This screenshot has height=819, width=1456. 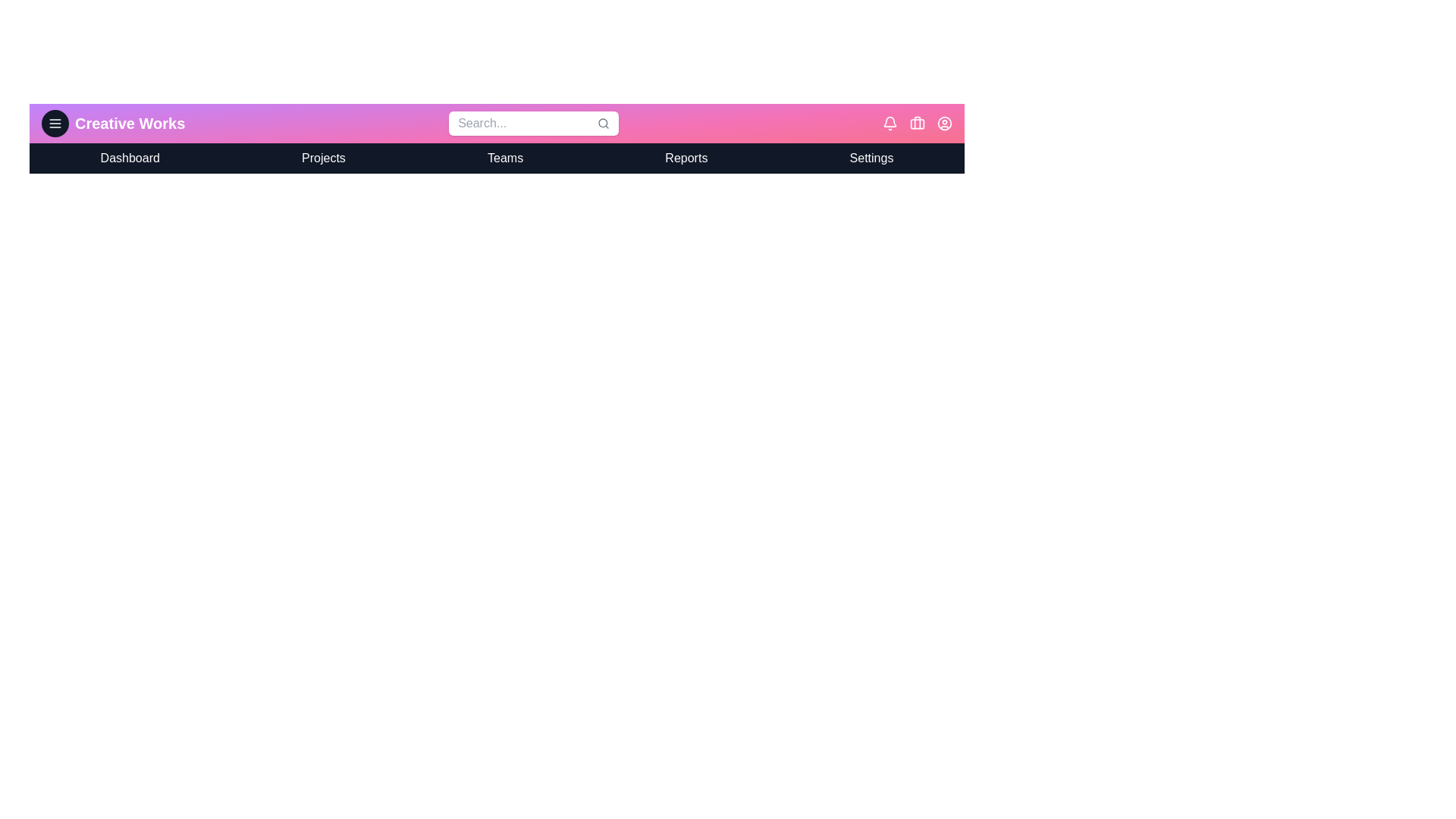 I want to click on the navigation menu item Teams to navigate to the respective section, so click(x=505, y=158).